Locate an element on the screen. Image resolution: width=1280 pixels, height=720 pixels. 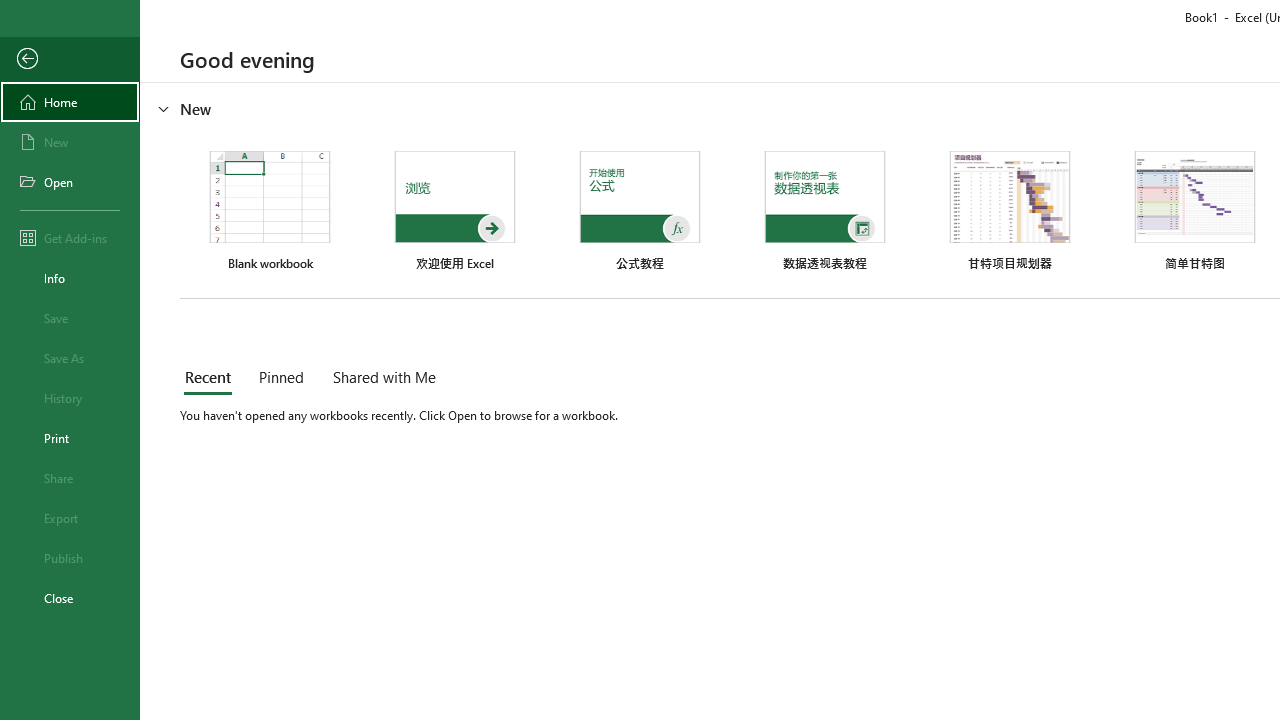
'Save As' is located at coordinates (69, 356).